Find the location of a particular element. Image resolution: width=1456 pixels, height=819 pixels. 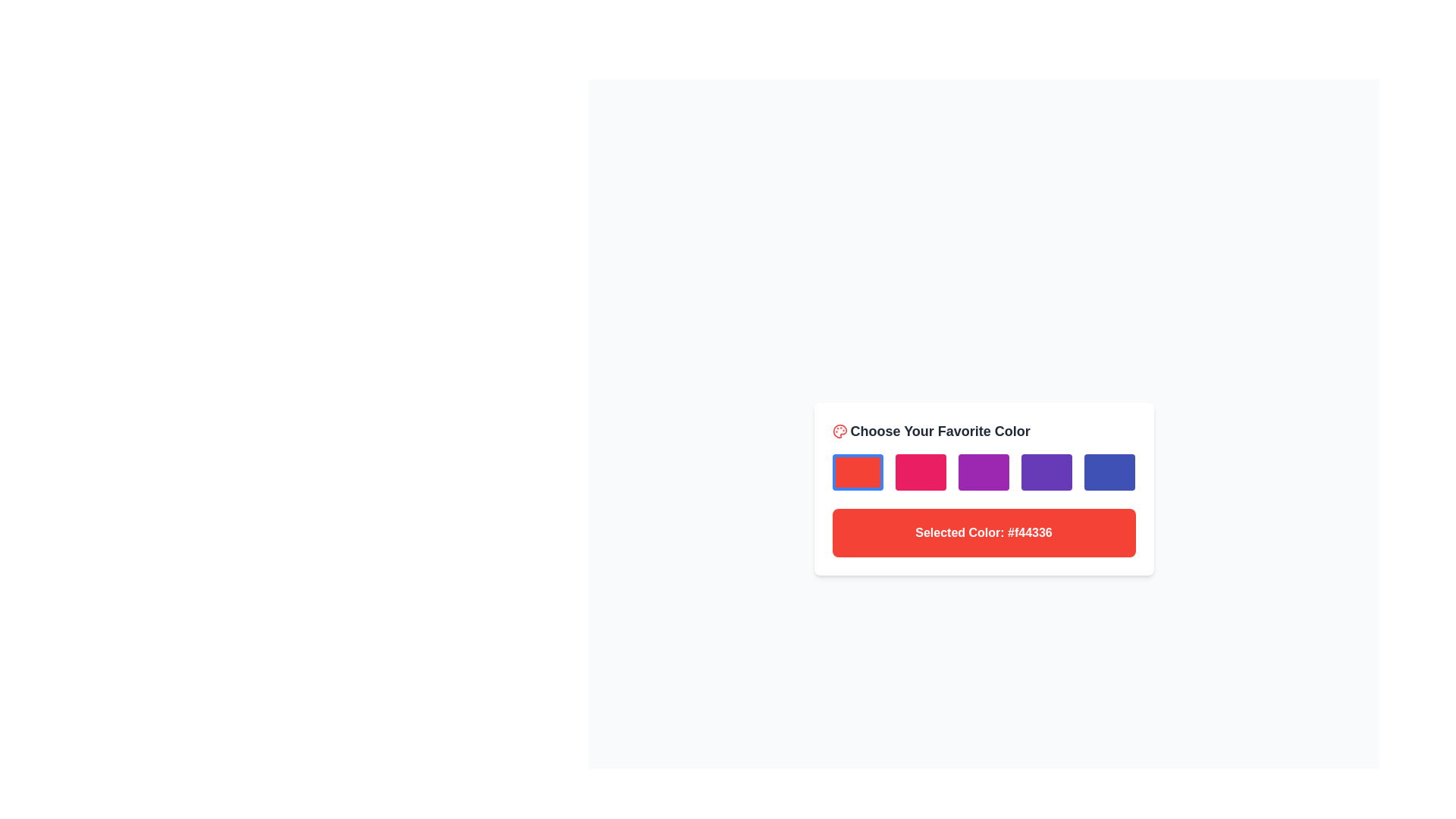

the purple color selection button located fourth from the left in the row of color buttons within the 'Choose Your Favorite Color' card is located at coordinates (1046, 472).